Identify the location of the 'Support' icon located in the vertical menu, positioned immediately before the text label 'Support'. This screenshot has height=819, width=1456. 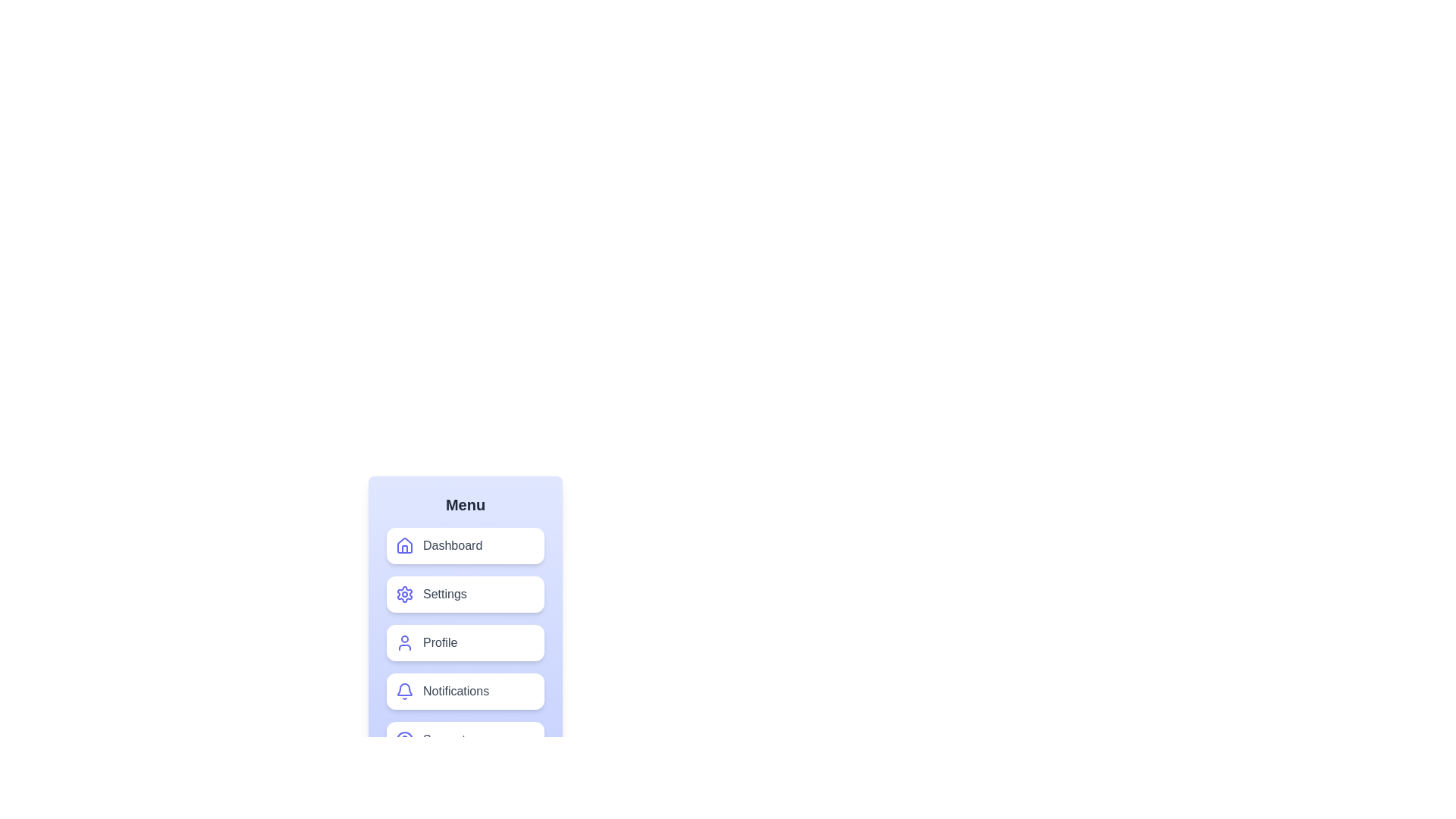
(404, 739).